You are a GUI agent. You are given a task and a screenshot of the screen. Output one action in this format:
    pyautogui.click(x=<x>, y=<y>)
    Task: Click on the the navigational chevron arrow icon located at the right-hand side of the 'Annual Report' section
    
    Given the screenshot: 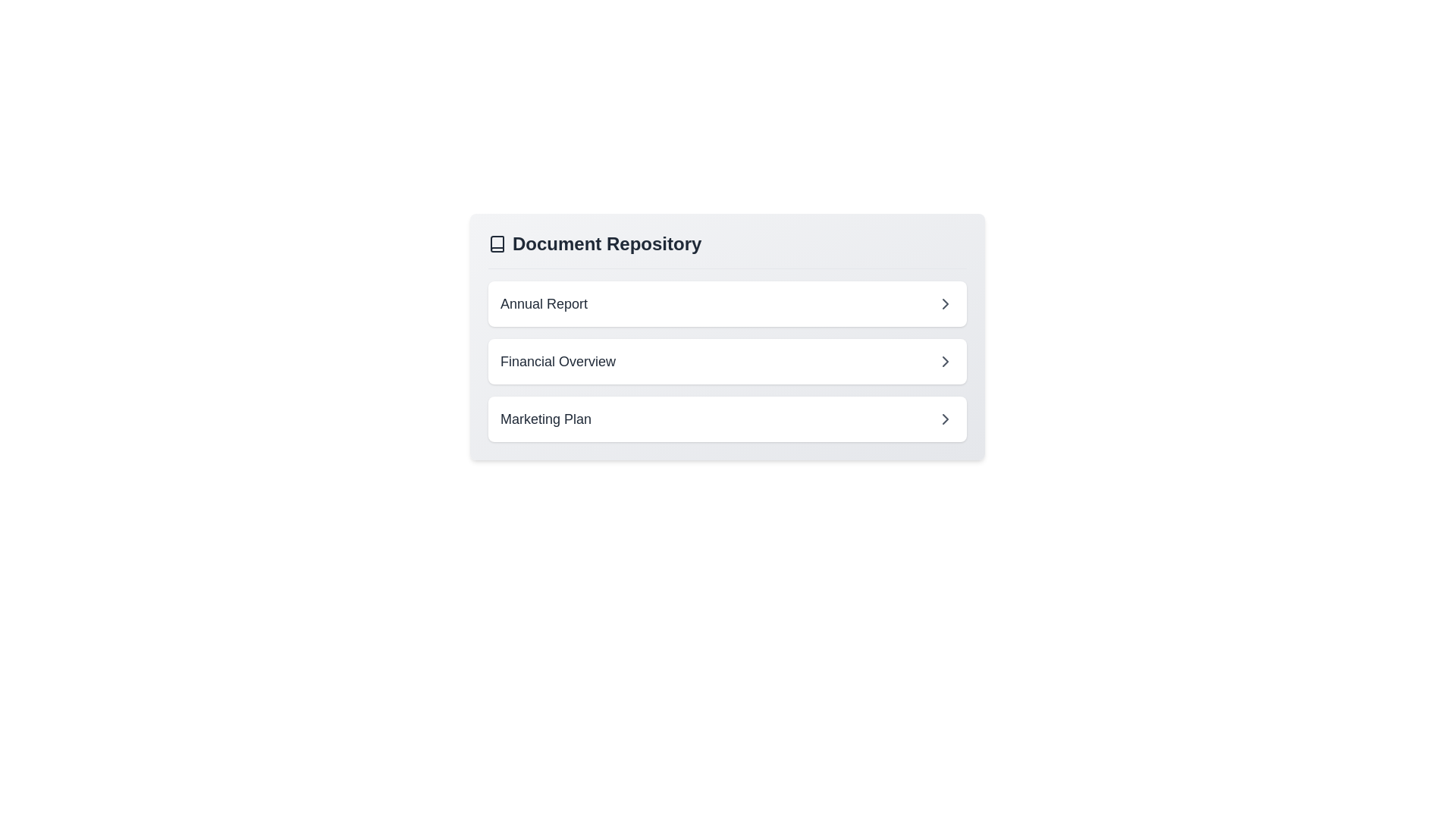 What is the action you would take?
    pyautogui.click(x=945, y=304)
    